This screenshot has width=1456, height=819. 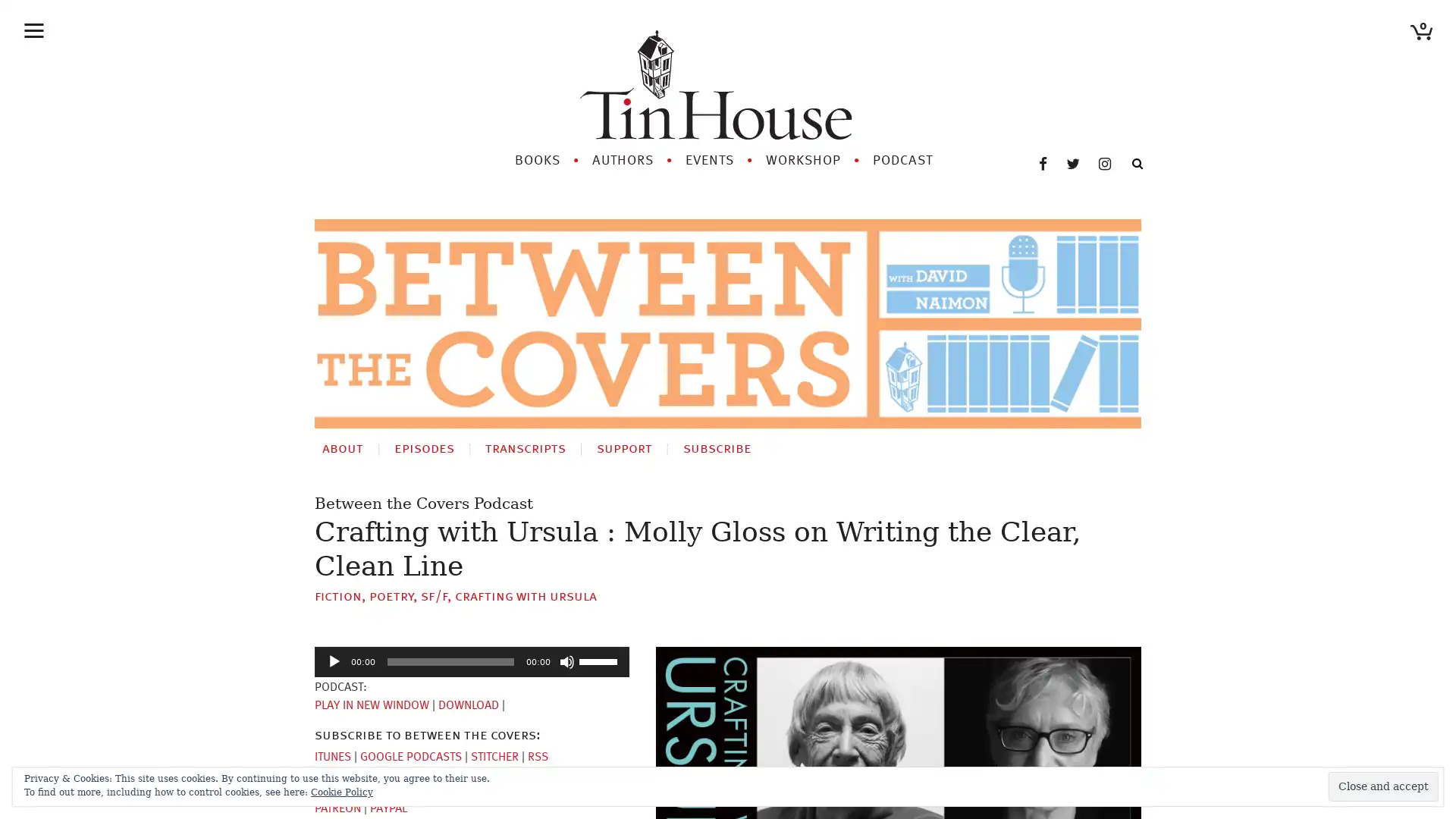 What do you see at coordinates (334, 642) in the screenshot?
I see `Play` at bounding box center [334, 642].